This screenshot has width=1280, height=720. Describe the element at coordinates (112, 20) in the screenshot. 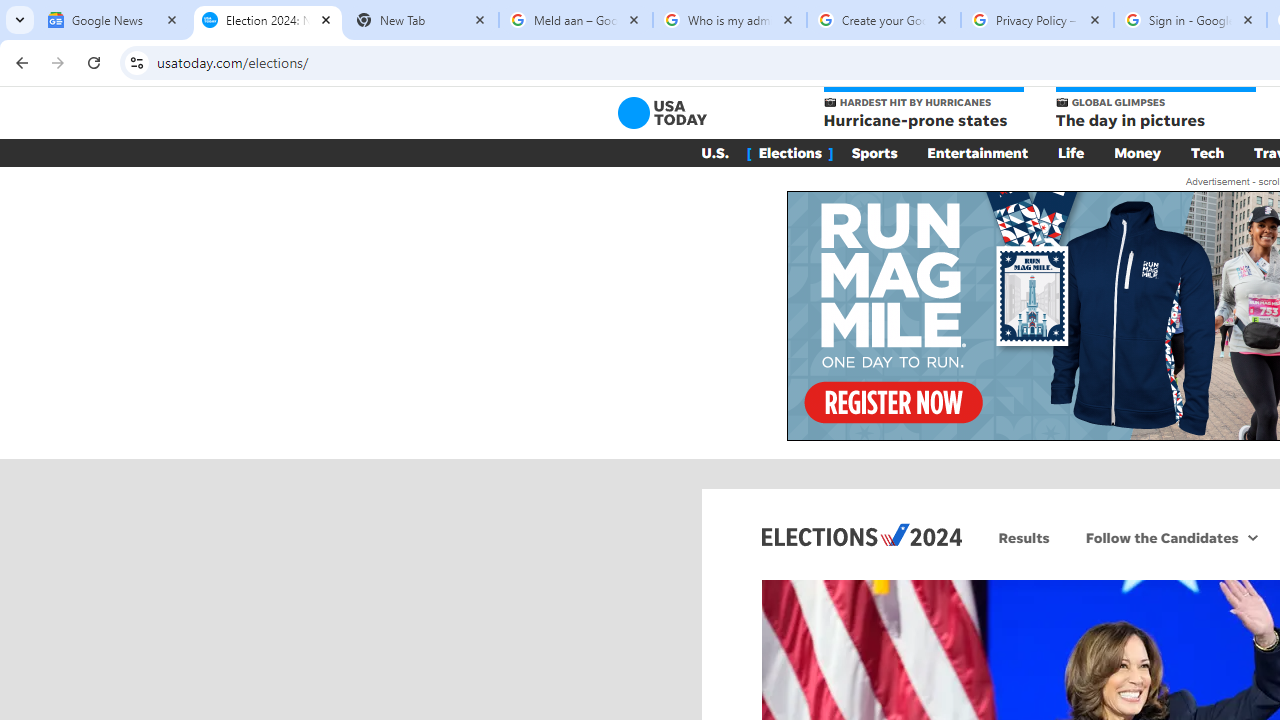

I see `'Google News'` at that location.